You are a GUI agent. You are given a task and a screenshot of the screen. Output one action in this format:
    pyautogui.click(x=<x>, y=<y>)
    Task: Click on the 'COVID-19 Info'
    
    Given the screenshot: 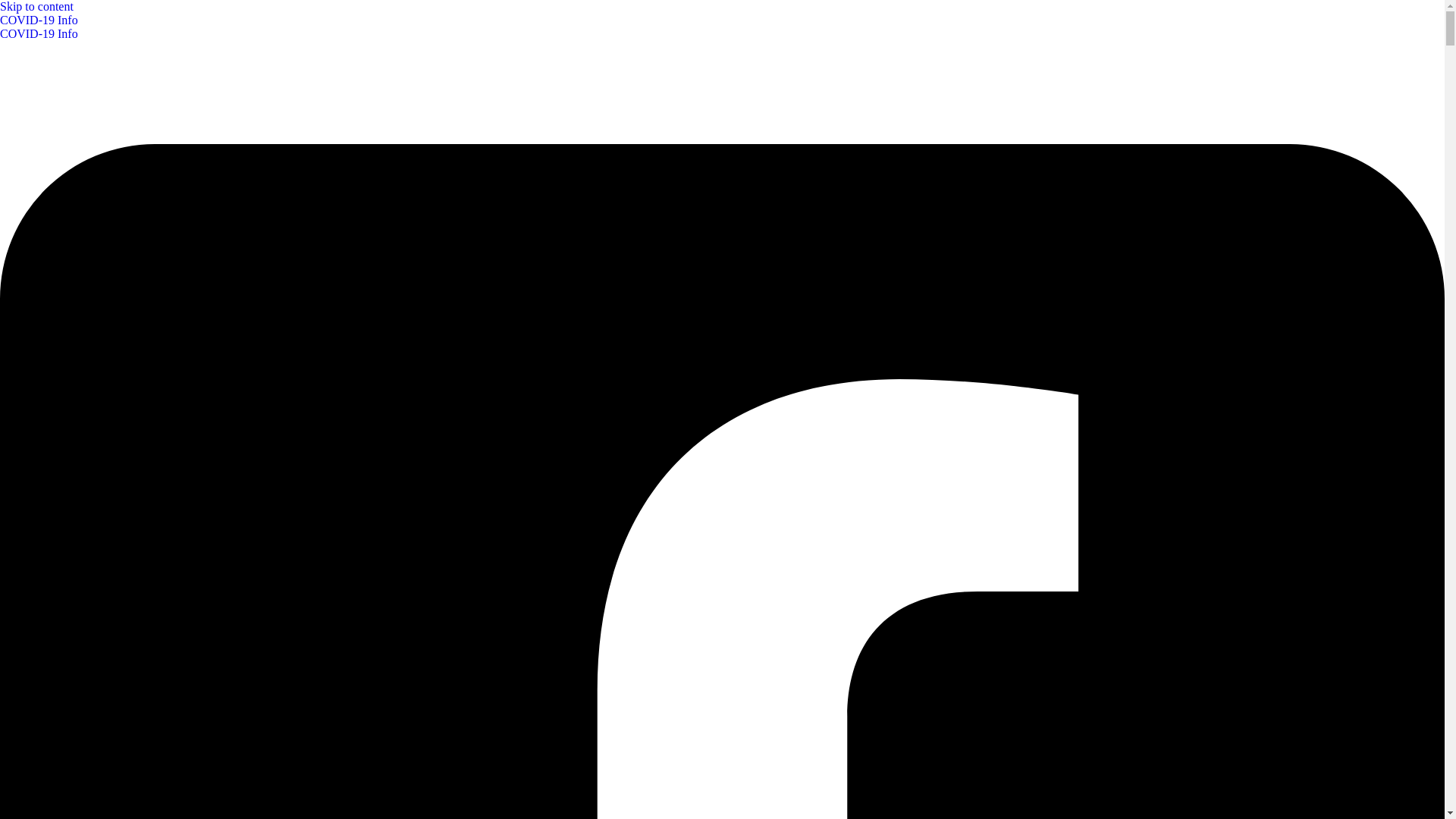 What is the action you would take?
    pyautogui.click(x=721, y=27)
    